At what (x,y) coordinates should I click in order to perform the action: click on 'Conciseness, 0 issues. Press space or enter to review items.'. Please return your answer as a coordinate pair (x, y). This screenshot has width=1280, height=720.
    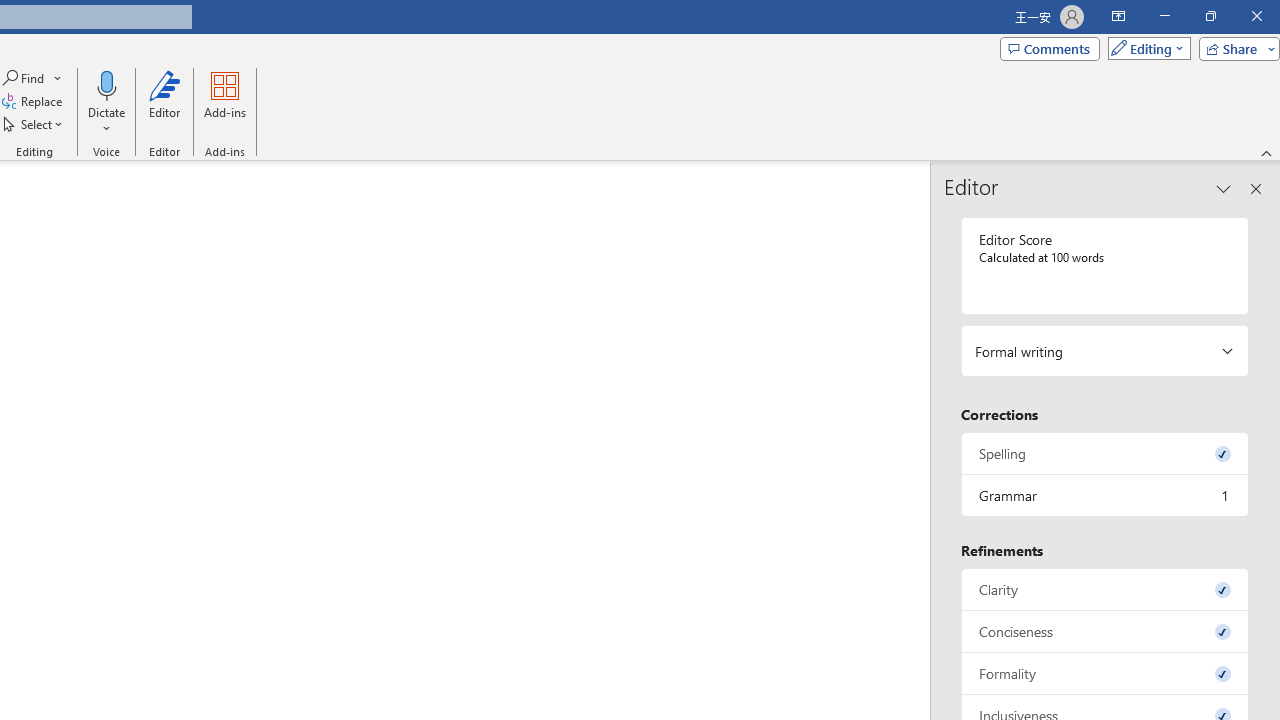
    Looking at the image, I should click on (1104, 631).